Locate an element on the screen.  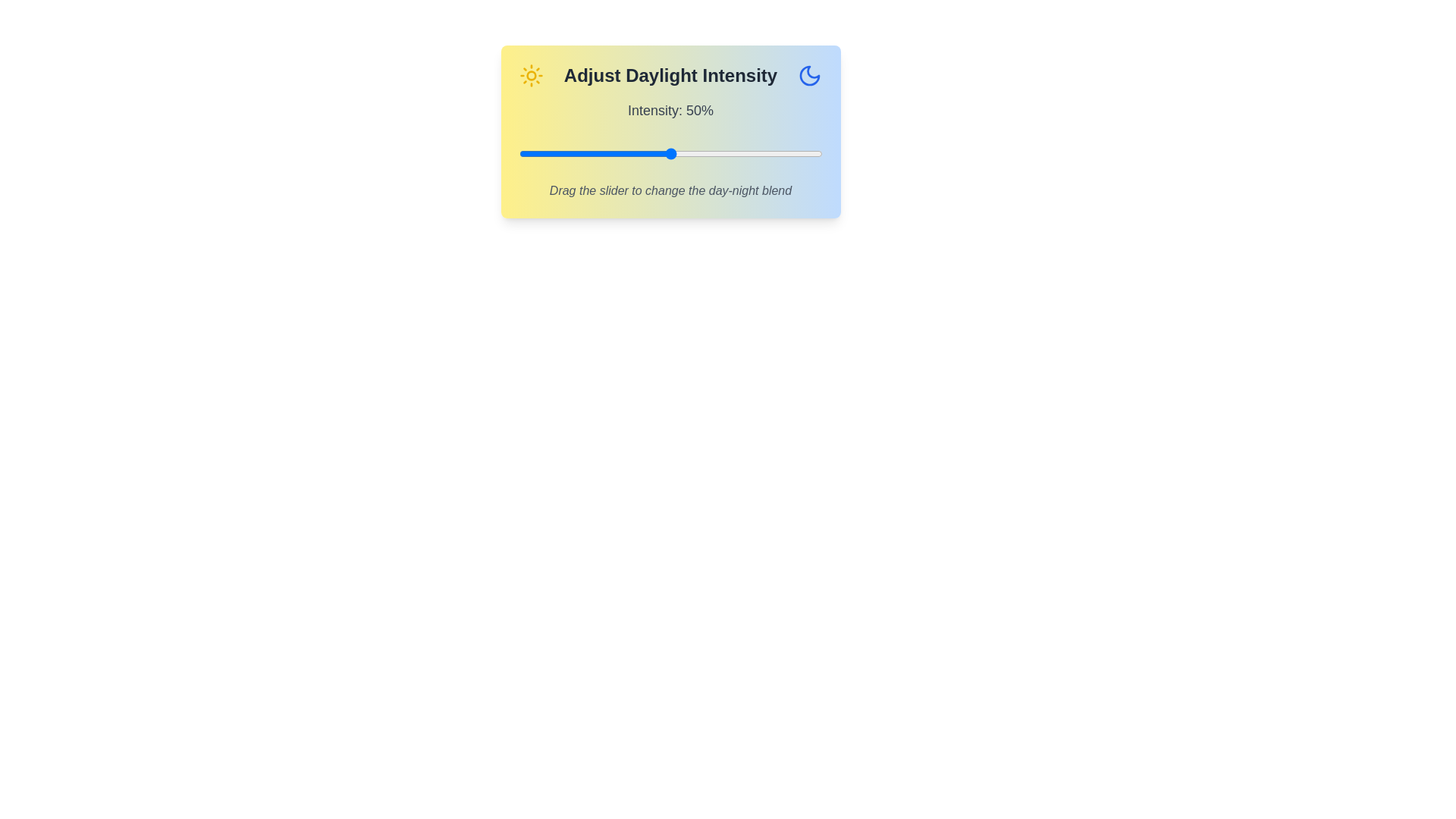
the daylight intensity slider to 1% is located at coordinates (522, 154).